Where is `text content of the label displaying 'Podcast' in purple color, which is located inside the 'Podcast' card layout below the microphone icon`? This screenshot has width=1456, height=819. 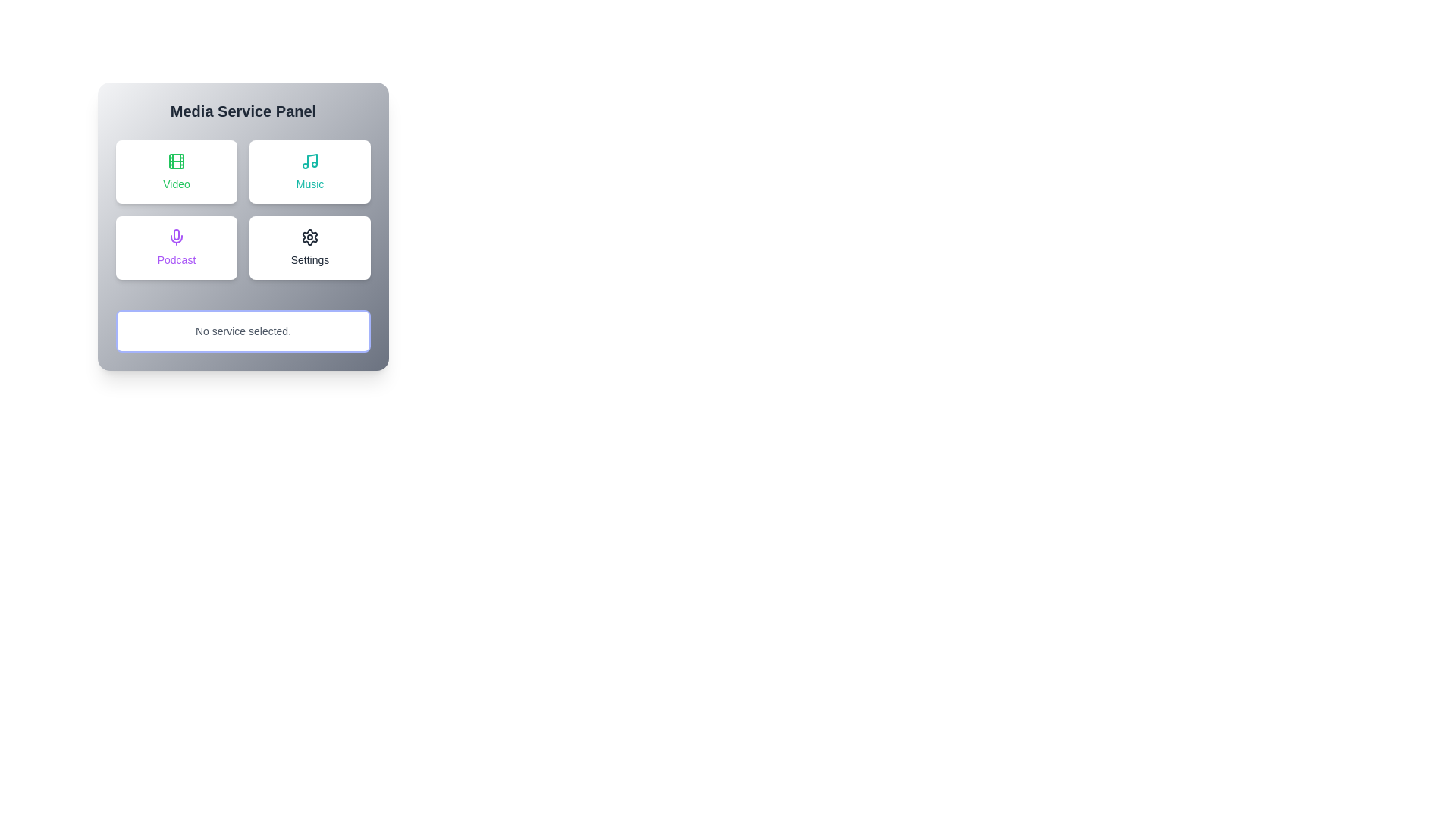 text content of the label displaying 'Podcast' in purple color, which is located inside the 'Podcast' card layout below the microphone icon is located at coordinates (177, 259).